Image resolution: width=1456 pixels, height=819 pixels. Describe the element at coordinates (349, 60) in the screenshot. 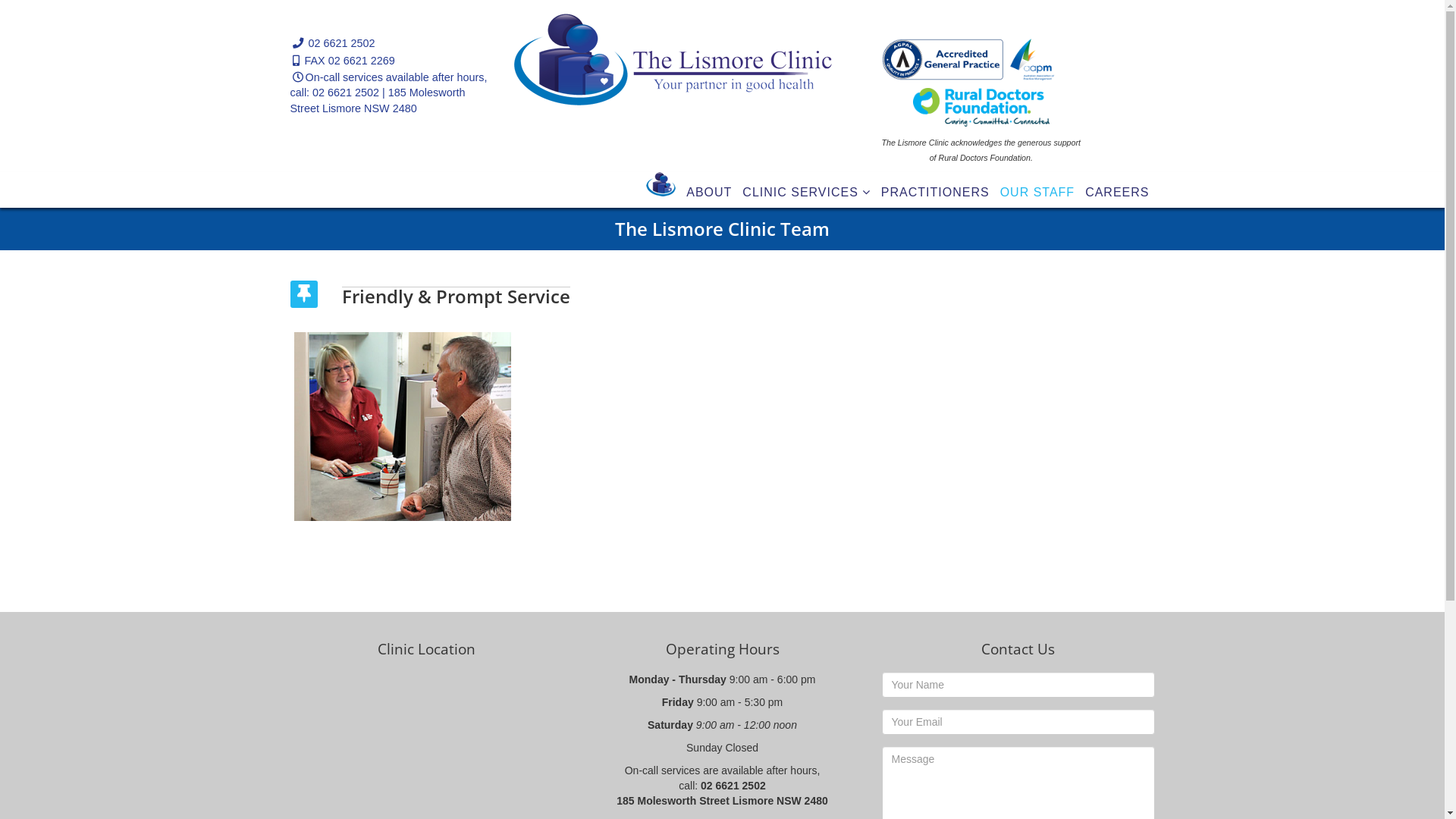

I see `'FAX 02 6621 2269'` at that location.